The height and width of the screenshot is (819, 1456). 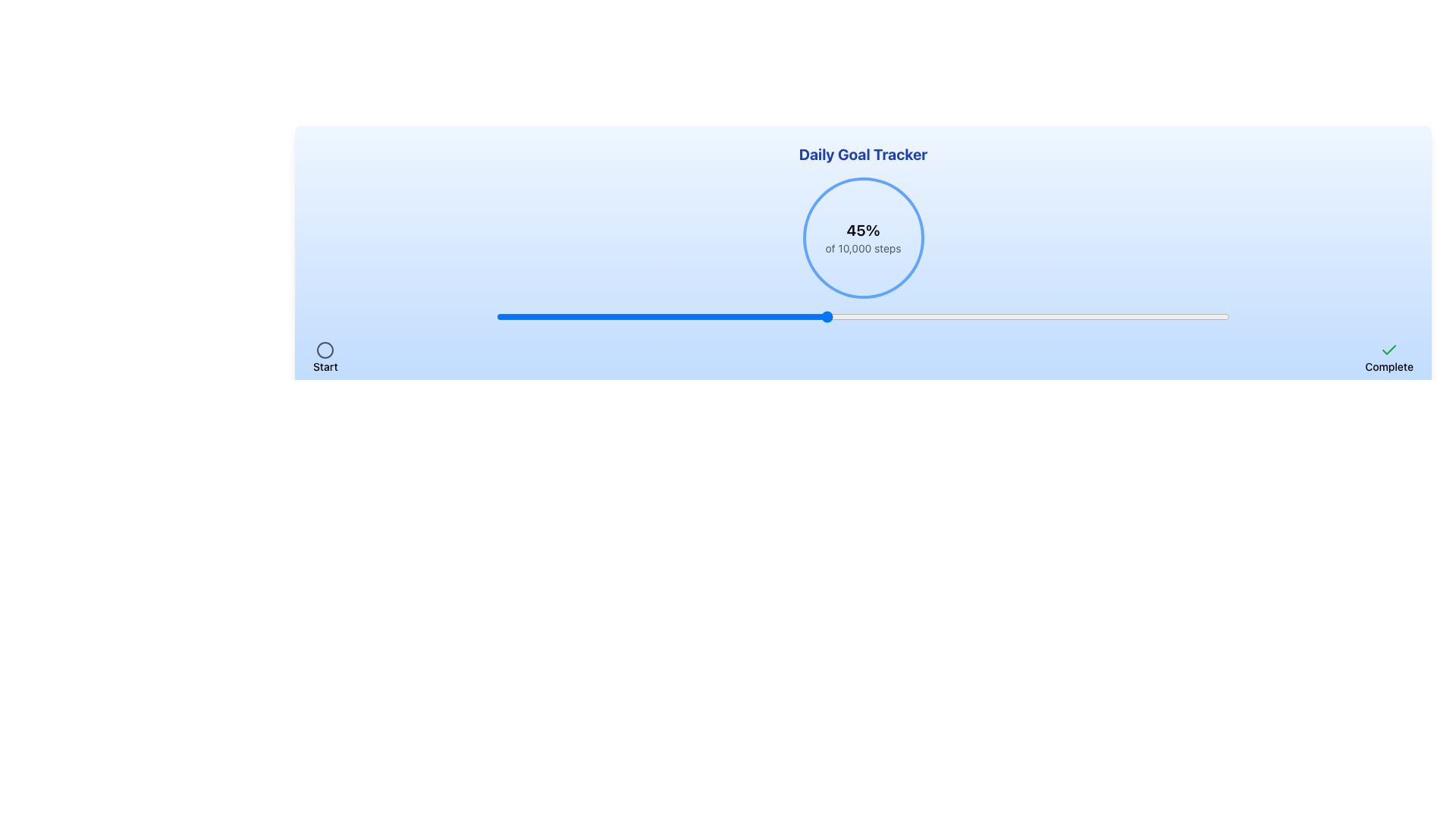 I want to click on the Text display that provides feedback about progress, located at the center of the blue bordered circle under the 'Daily Goal Tracker' heading, so click(x=863, y=237).